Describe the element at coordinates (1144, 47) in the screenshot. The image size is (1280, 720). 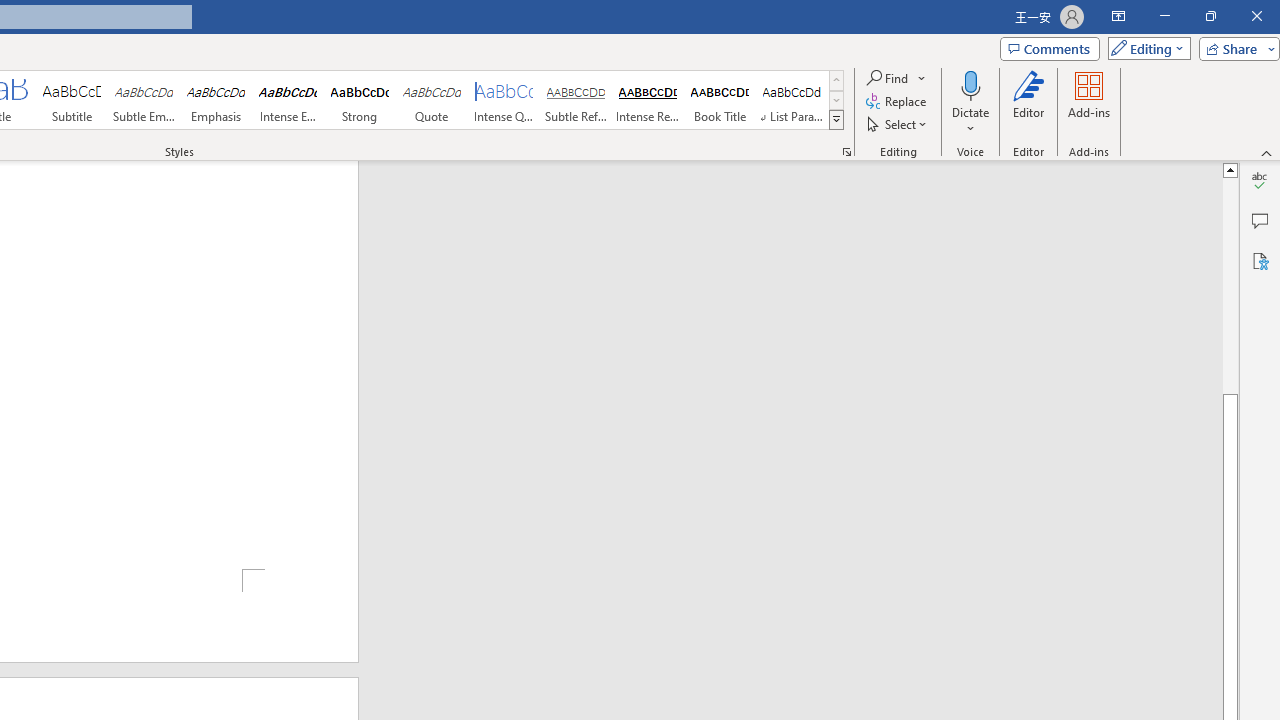
I see `'Editing'` at that location.